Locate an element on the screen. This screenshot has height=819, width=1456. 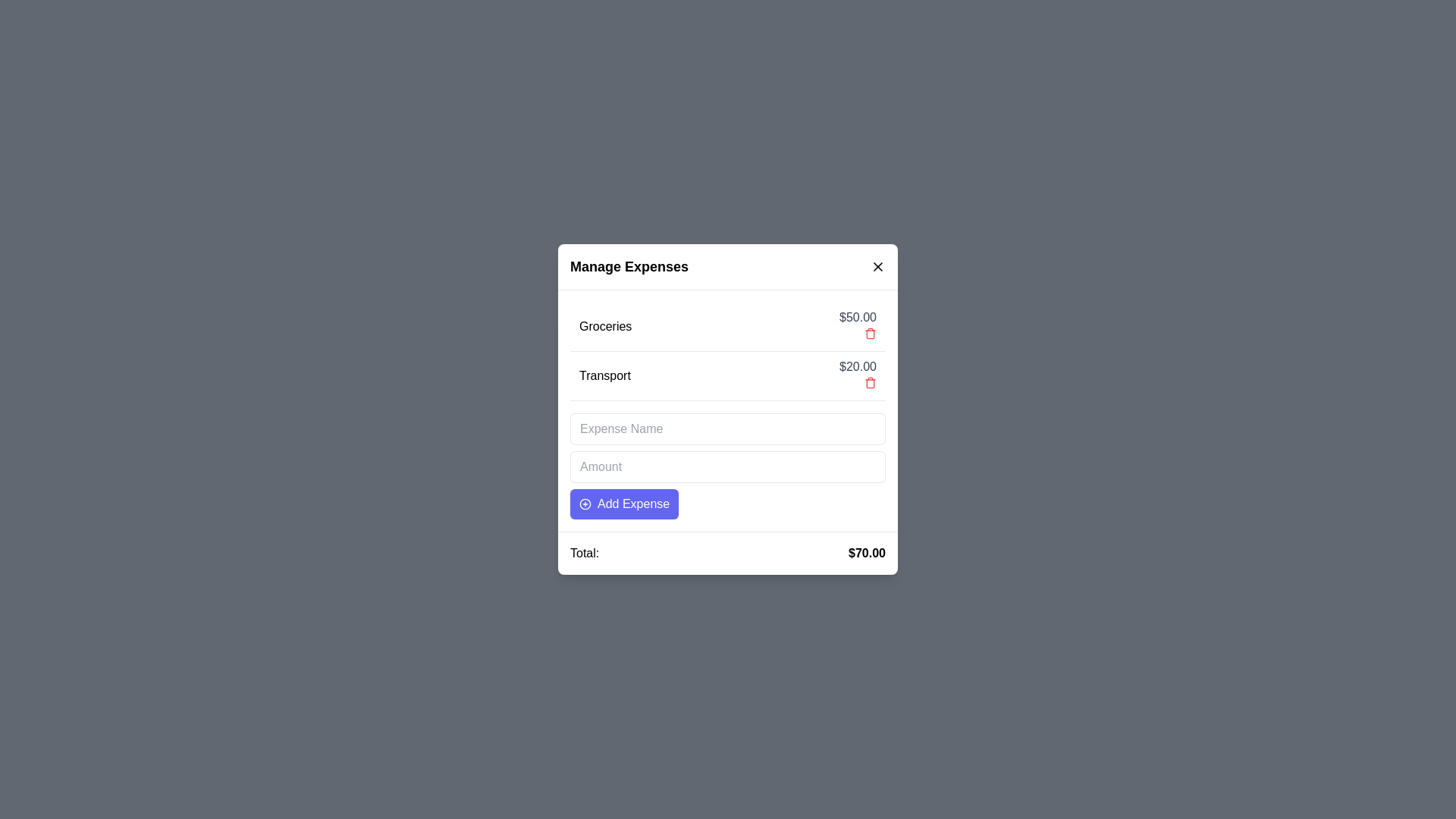
the 'close' button icon located at the top-right corner of the 'Manage Expenses' modal window is located at coordinates (877, 265).